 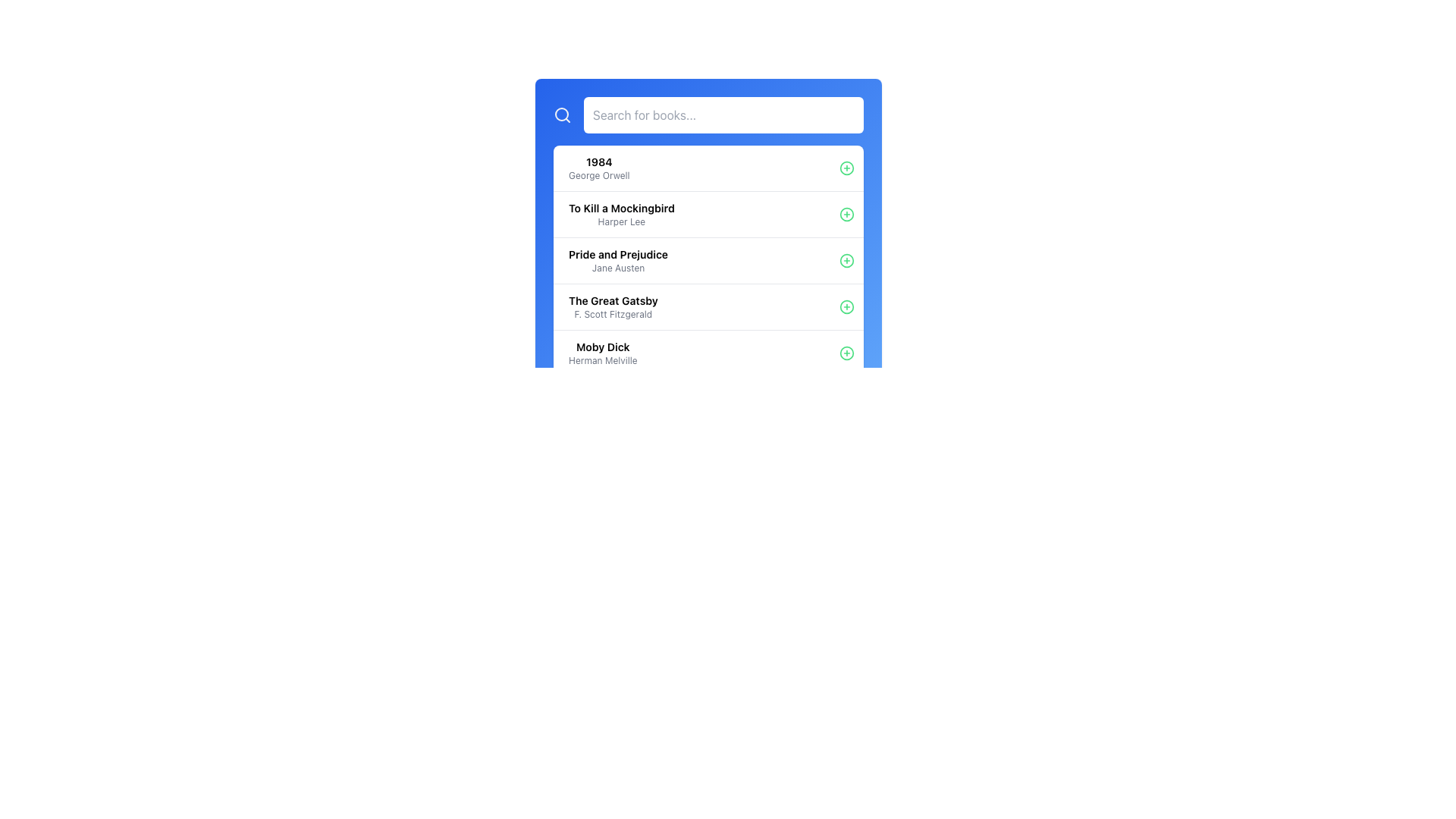 What do you see at coordinates (846, 307) in the screenshot?
I see `the green-bordered circle SVG shape that is part of the icon located to the right of the text 'The Great Gatsby' in the fourth row of the list` at bounding box center [846, 307].